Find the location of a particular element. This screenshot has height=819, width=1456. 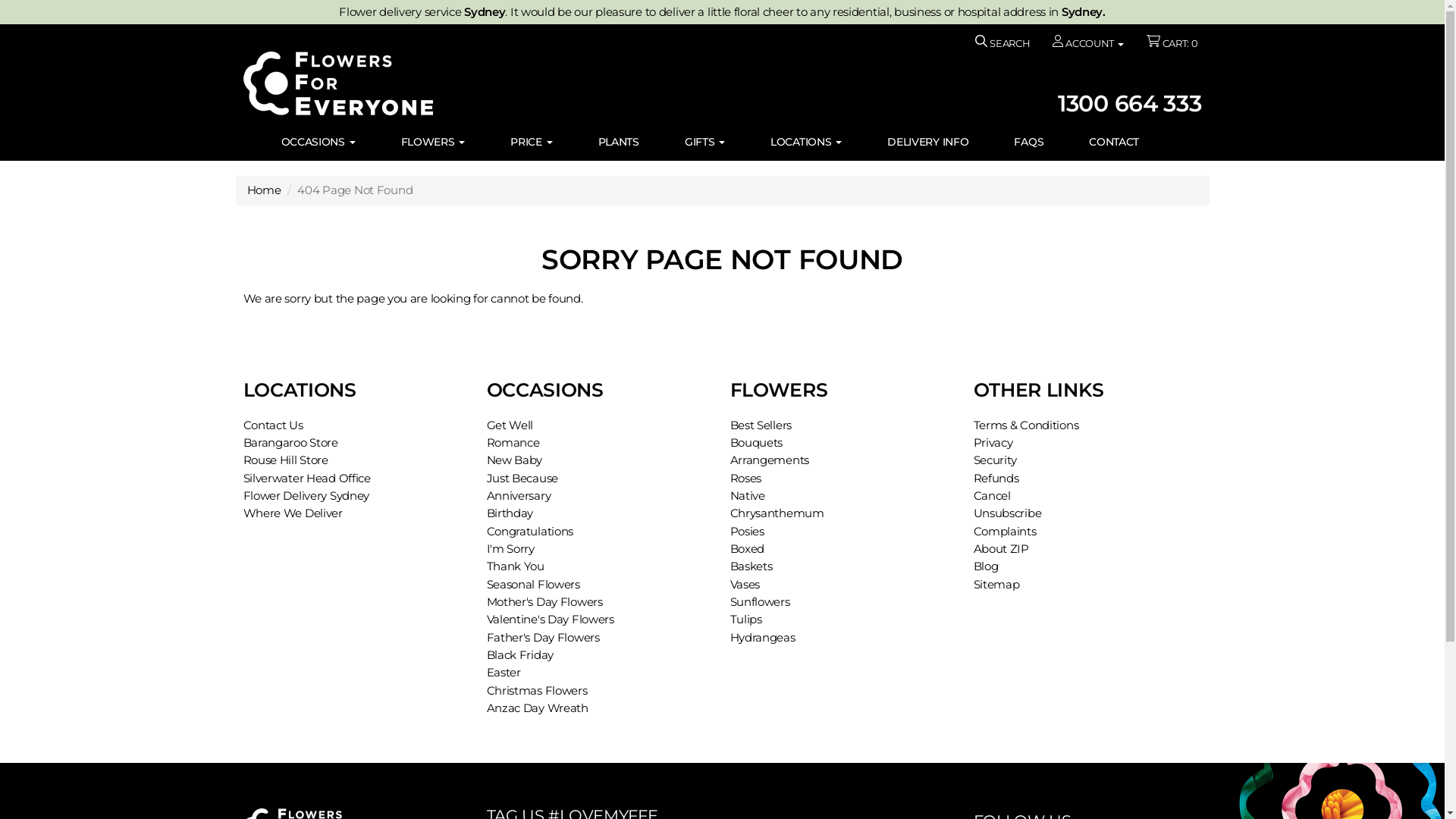

'FAQS' is located at coordinates (1028, 141).